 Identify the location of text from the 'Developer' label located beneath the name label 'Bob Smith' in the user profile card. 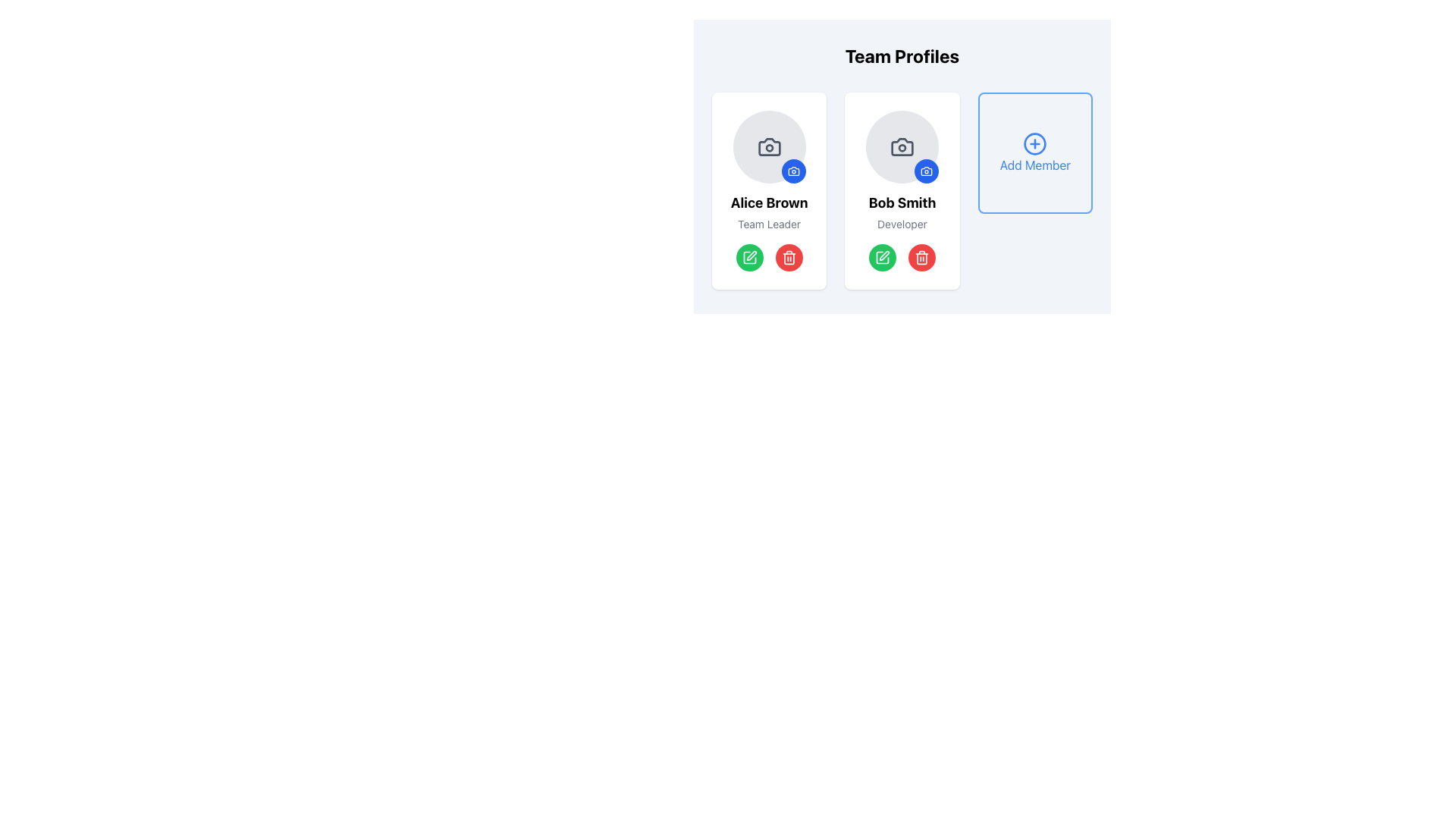
(902, 224).